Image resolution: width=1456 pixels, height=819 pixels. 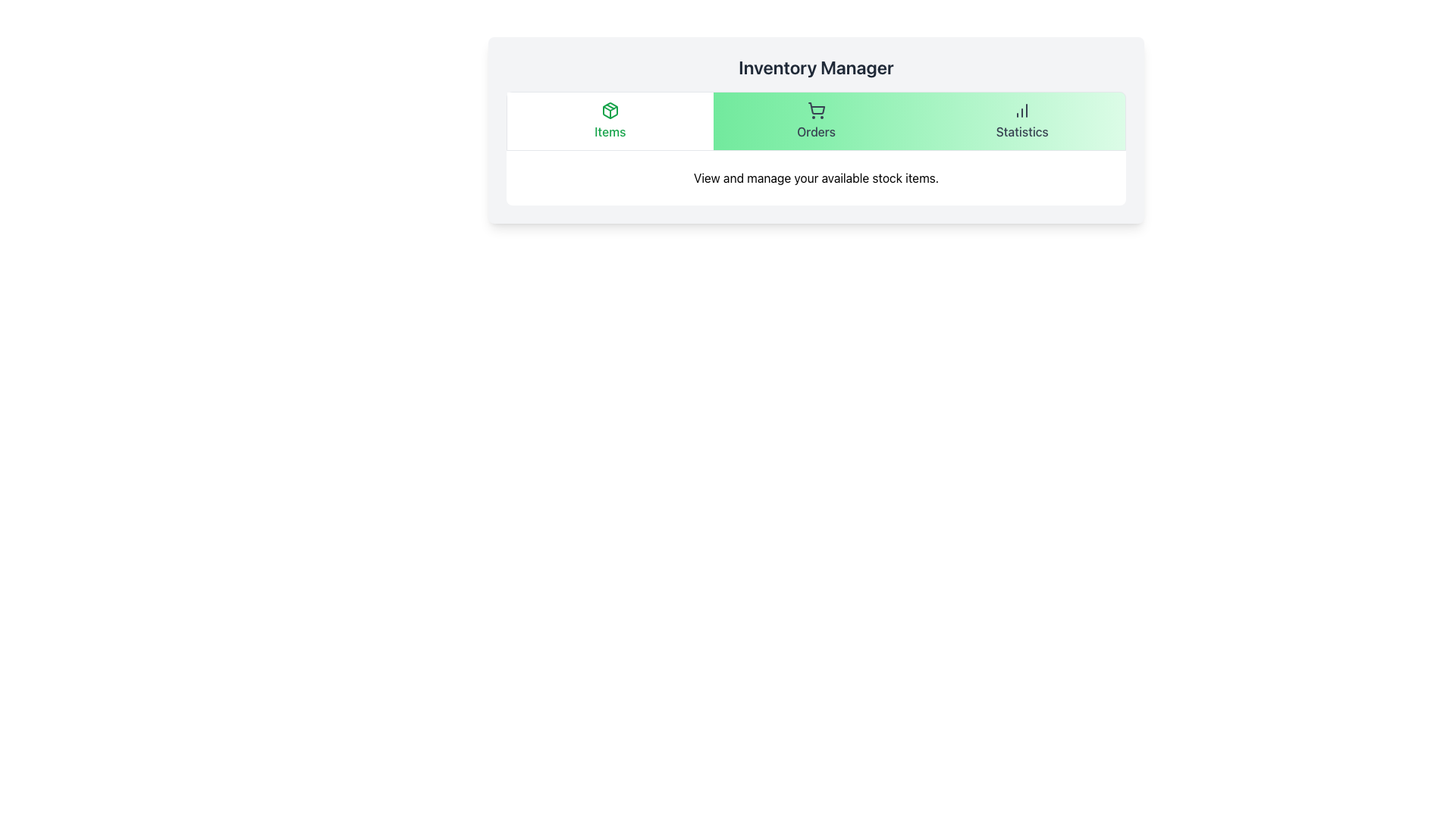 What do you see at coordinates (1022, 130) in the screenshot?
I see `the navigation text label located to the right of the 'Orders' label in the navigation bar` at bounding box center [1022, 130].